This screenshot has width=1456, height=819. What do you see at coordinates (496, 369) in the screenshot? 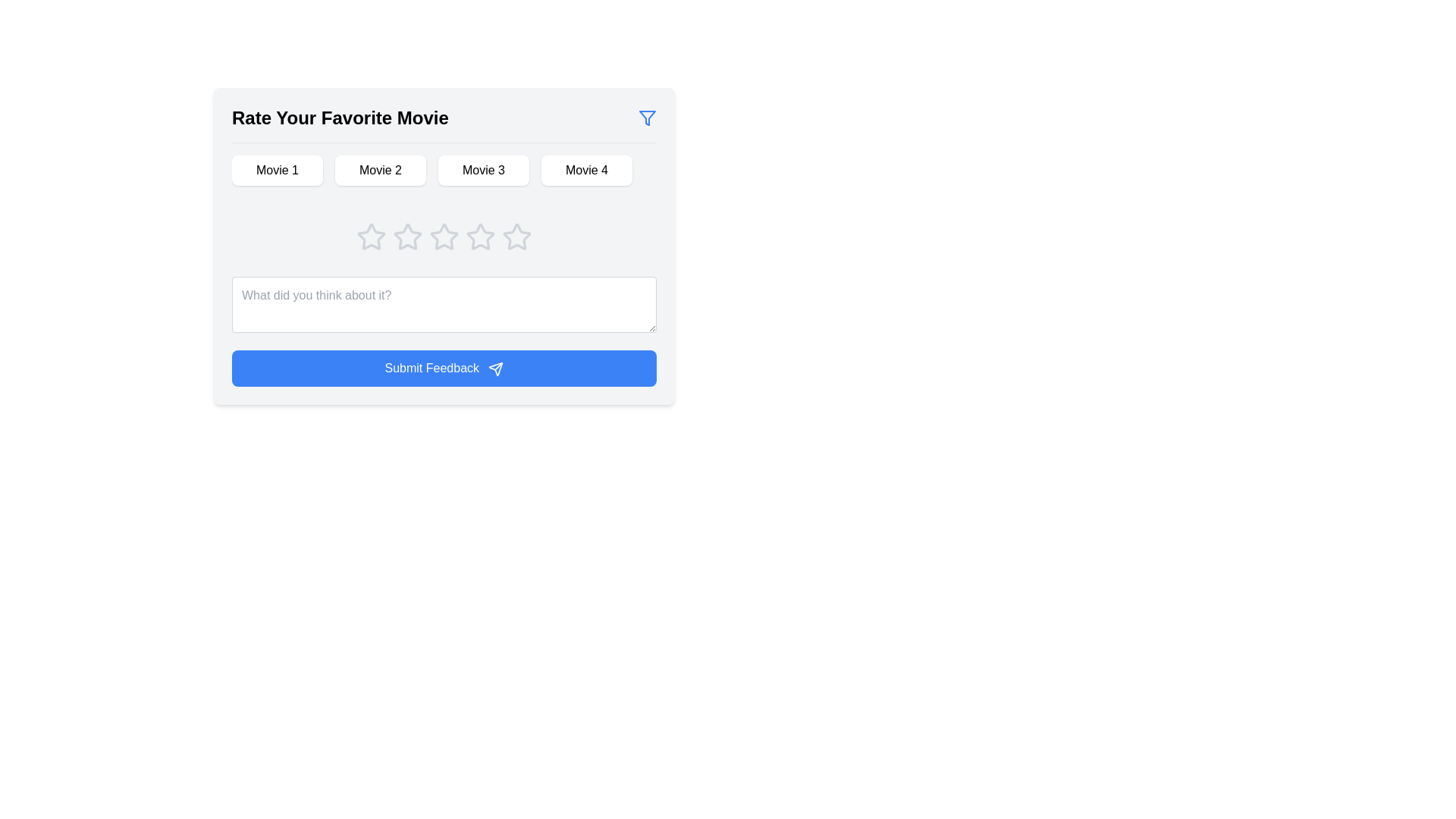
I see `the Send symbol icon located at the far right end of the 'Submit Feedback' button` at bounding box center [496, 369].